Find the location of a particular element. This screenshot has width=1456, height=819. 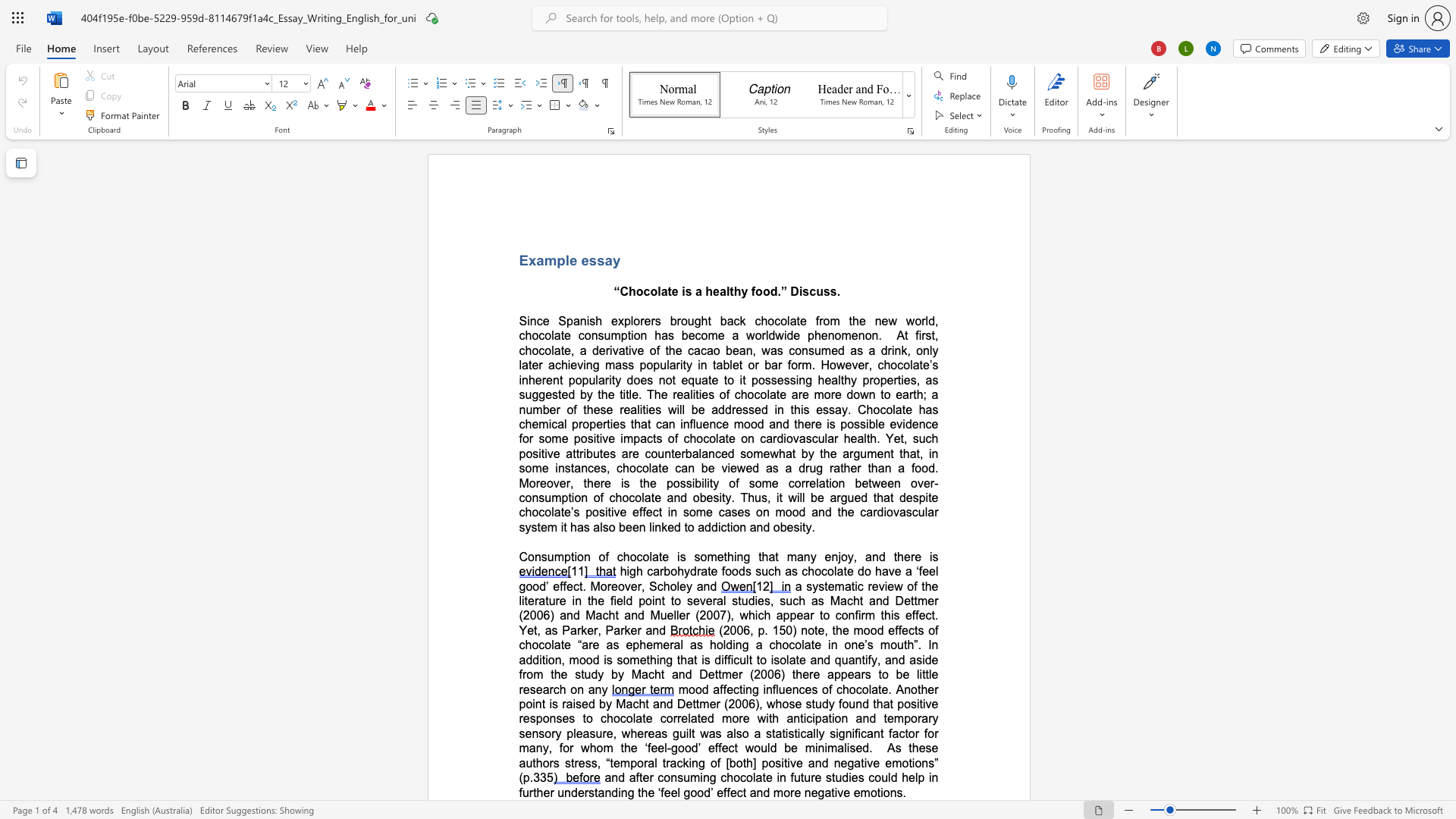

the 2th character "t" in the text is located at coordinates (685, 526).